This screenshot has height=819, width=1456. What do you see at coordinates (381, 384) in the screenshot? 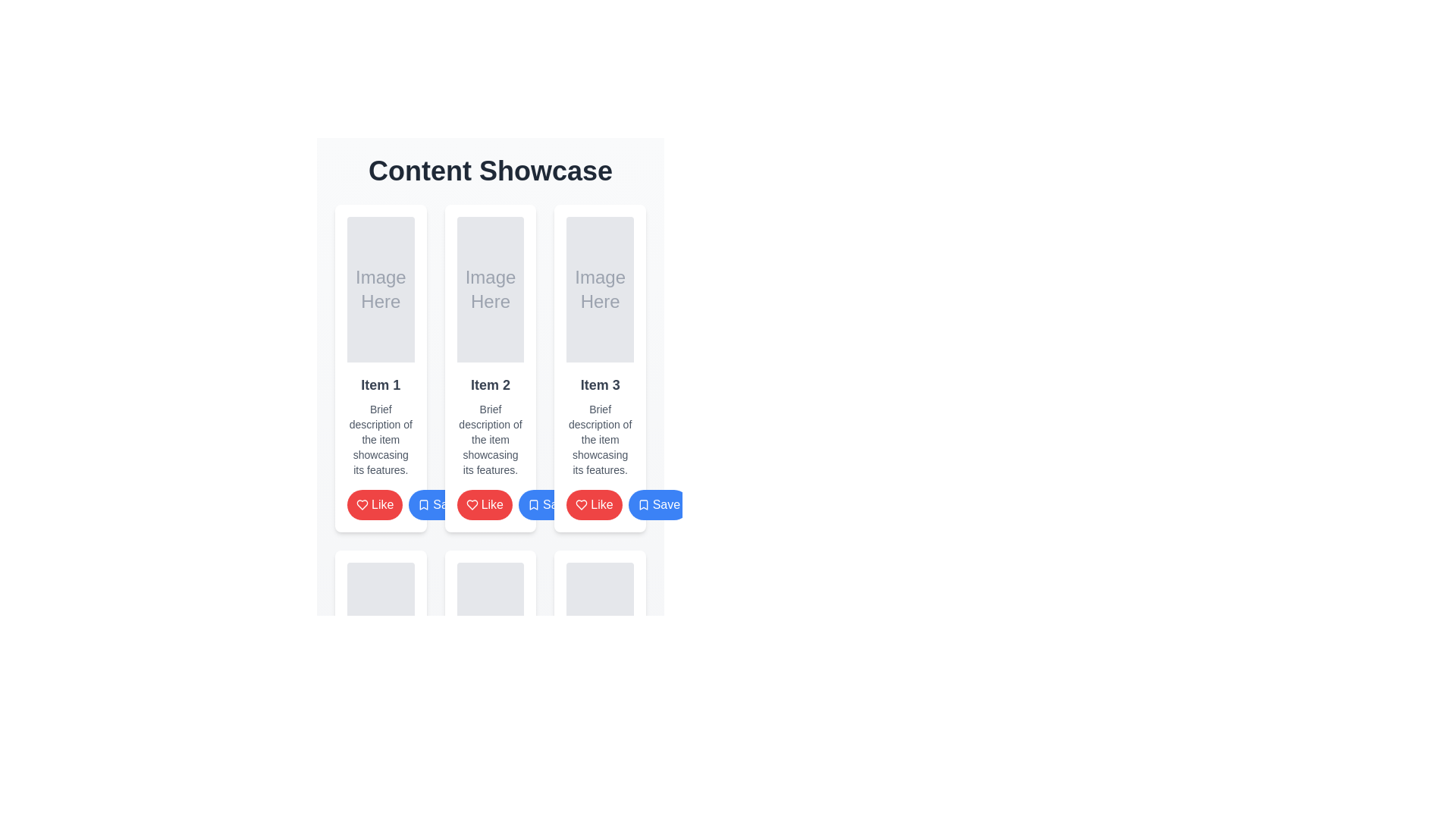
I see `text from the label displaying 'Item 1', which is bold and semibold in dark gray color, positioned beneath the 'Image Here' placeholder` at bounding box center [381, 384].